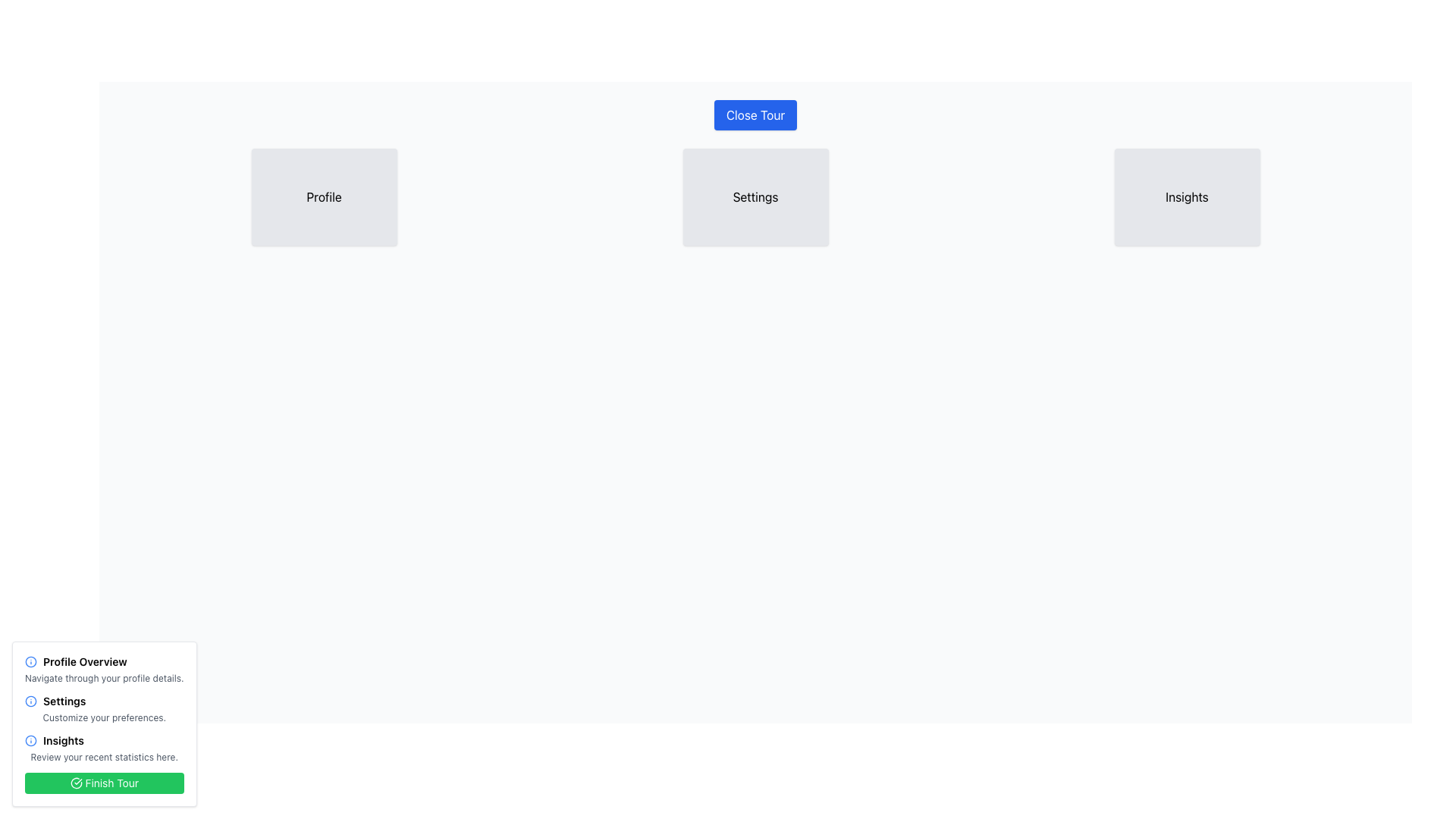 The height and width of the screenshot is (819, 1456). I want to click on the second item in the vertical list of the settings popup, which provides descriptive information about customizing preferences, so click(103, 708).